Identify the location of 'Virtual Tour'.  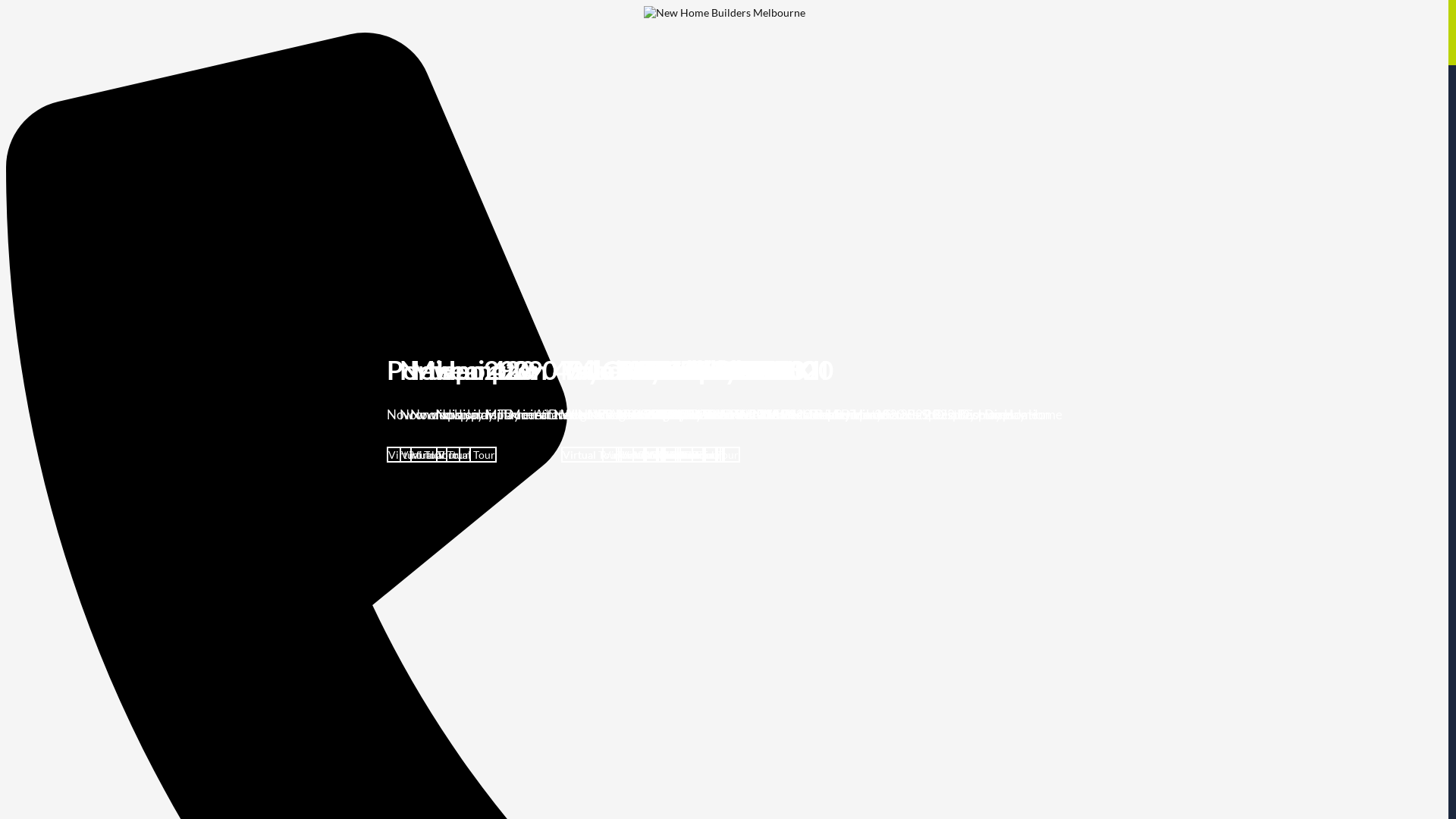
(655, 453).